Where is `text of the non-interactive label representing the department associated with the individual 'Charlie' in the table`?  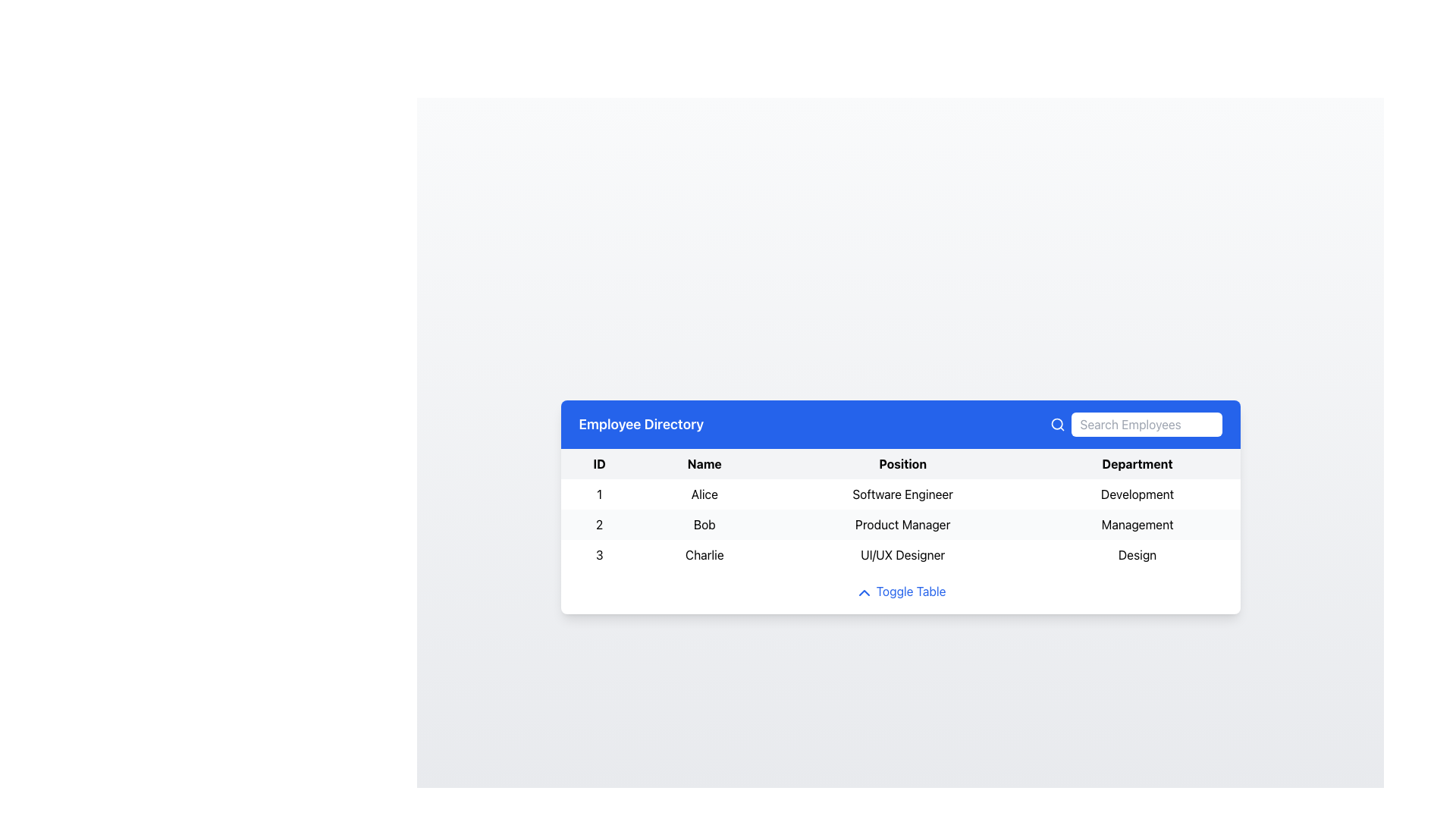
text of the non-interactive label representing the department associated with the individual 'Charlie' in the table is located at coordinates (1137, 555).